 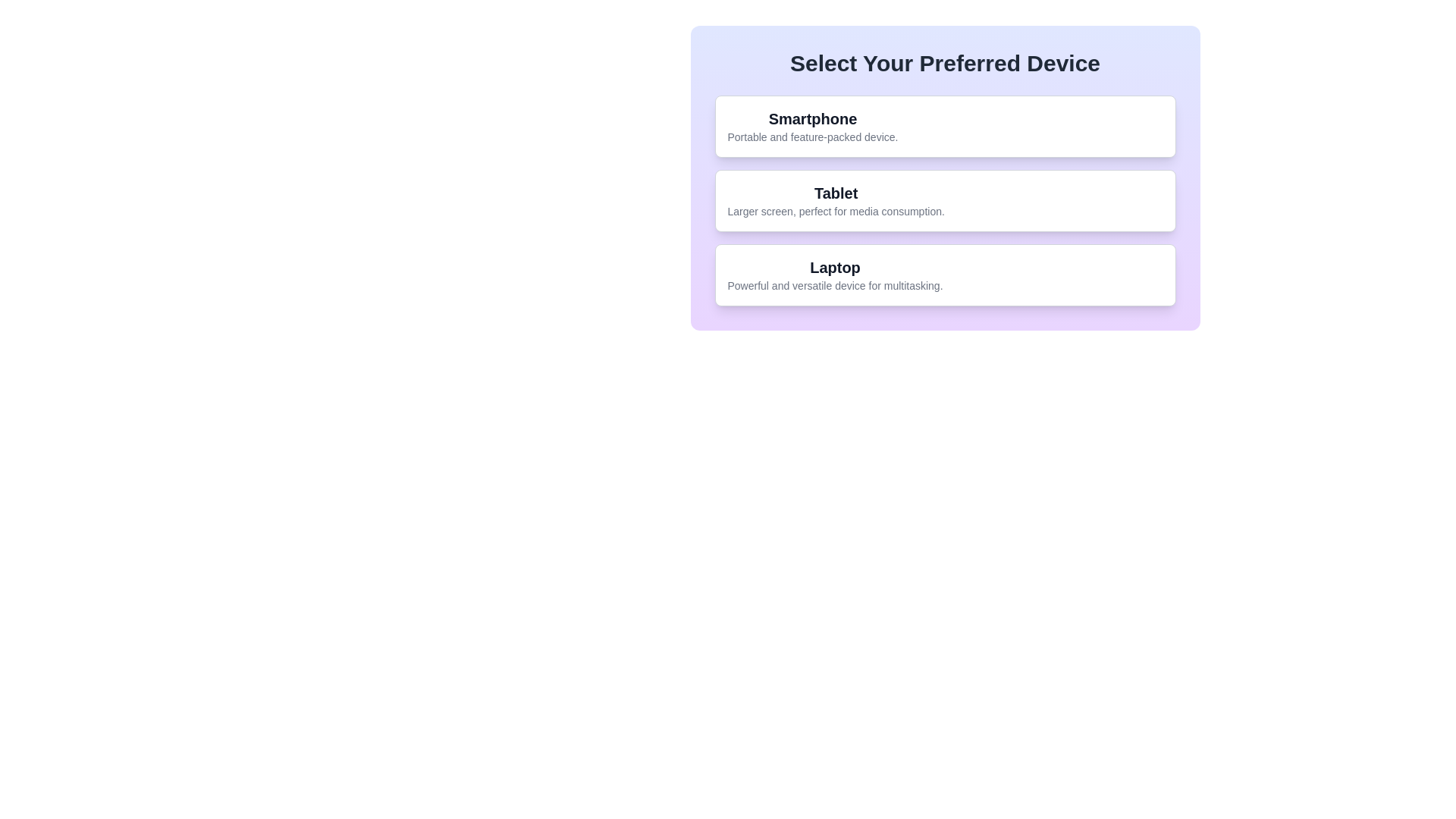 What do you see at coordinates (944, 177) in the screenshot?
I see `the highlighted card-like selection panel` at bounding box center [944, 177].